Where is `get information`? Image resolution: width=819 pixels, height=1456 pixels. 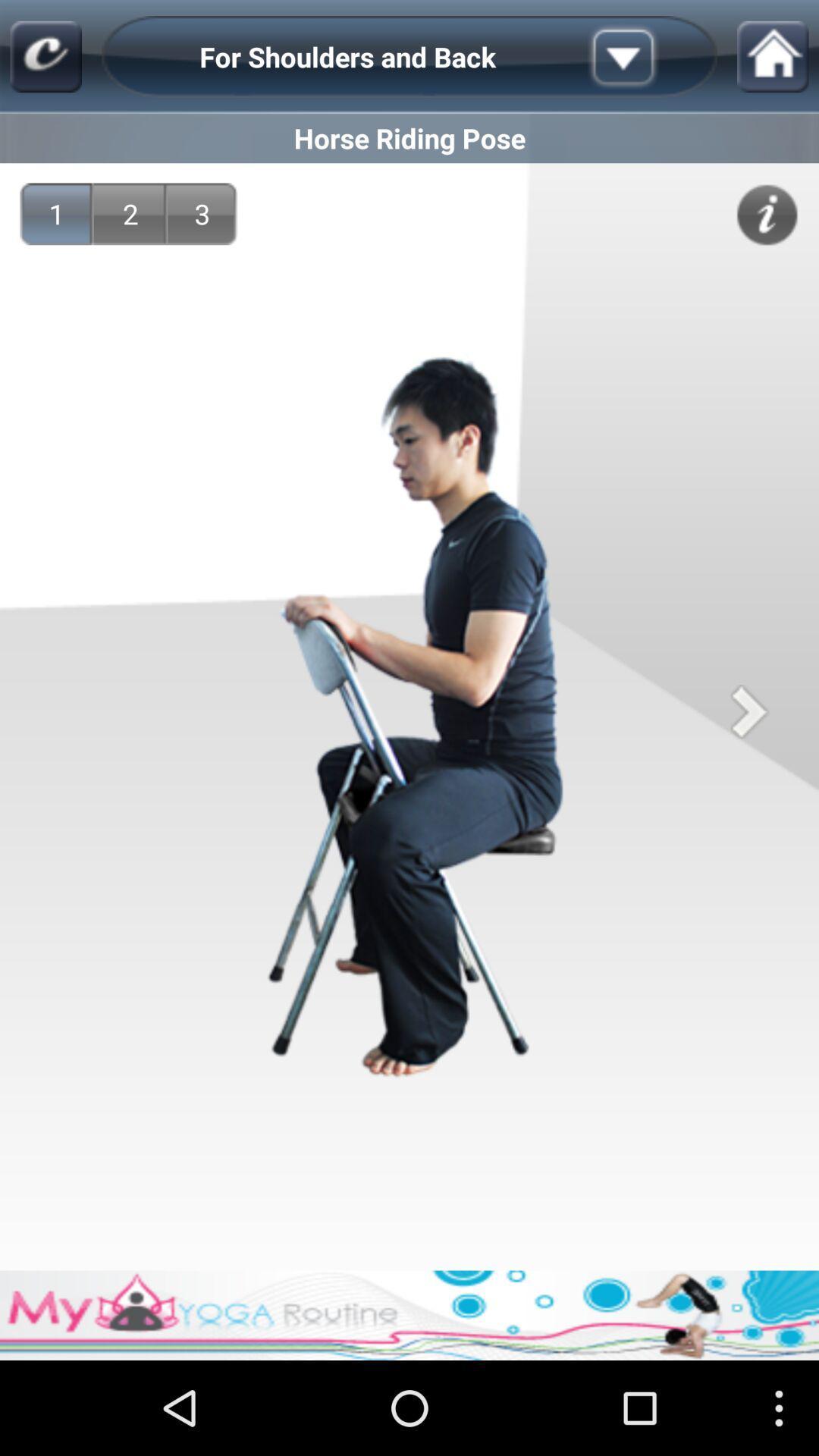 get information is located at coordinates (767, 214).